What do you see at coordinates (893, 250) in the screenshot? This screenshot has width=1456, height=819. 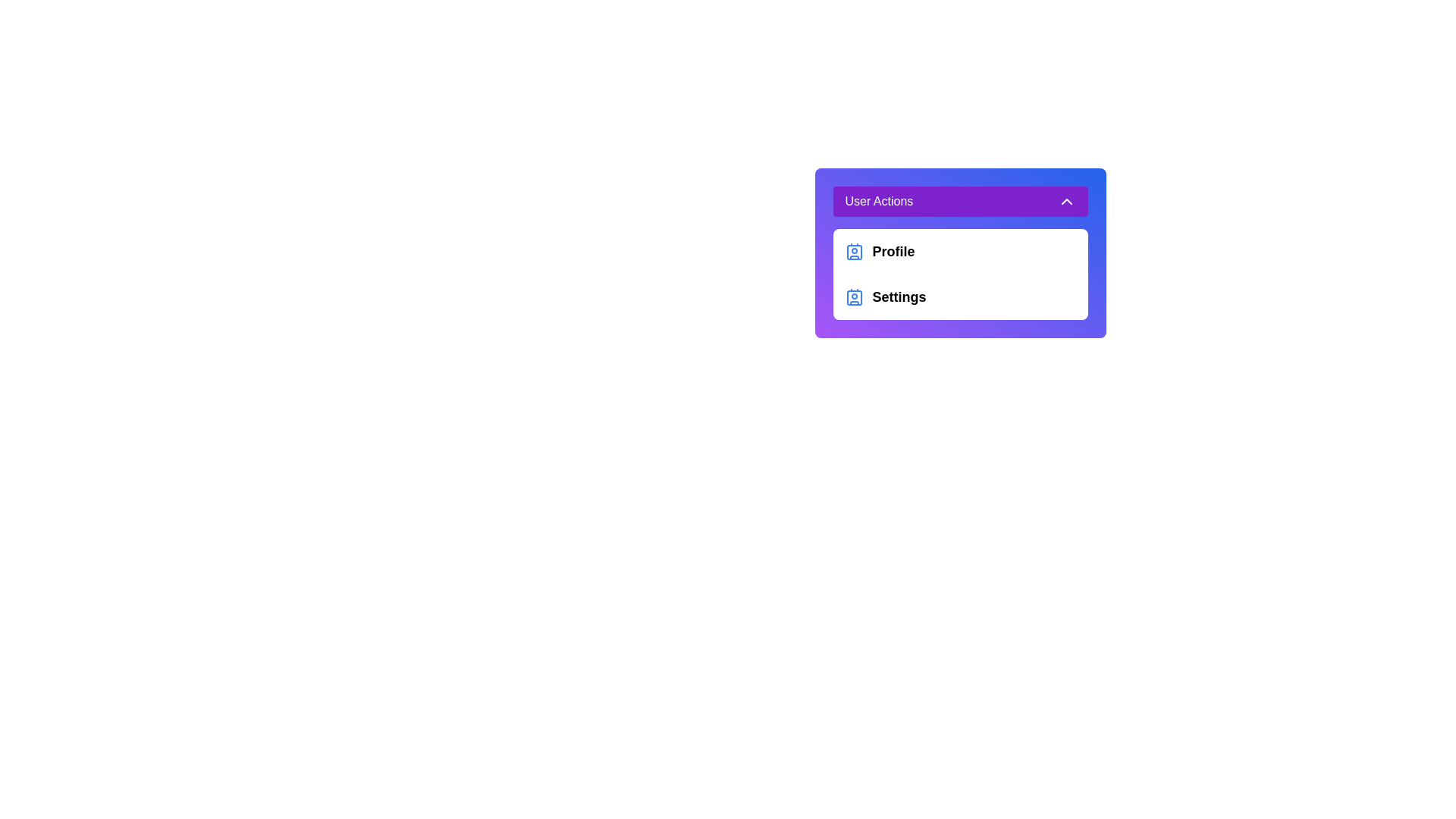 I see `the 'Profile' static text label, which is displayed in bold with a larger font size, located in the dropdown menu under 'User Actions'` at bounding box center [893, 250].